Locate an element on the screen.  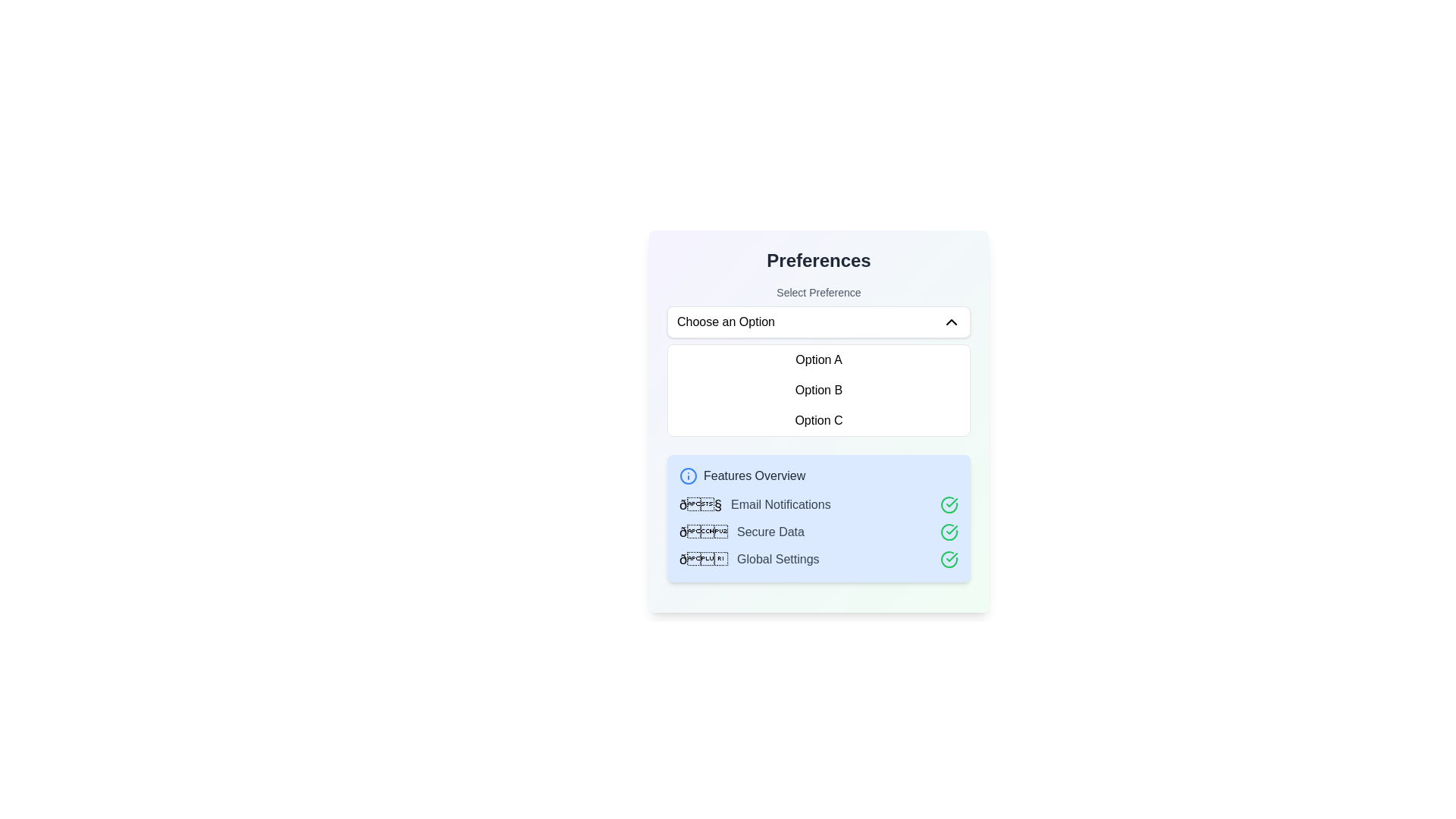
the 'Select Preference' label located at the top-left corner of the dropdown interface to interact with its area is located at coordinates (818, 292).